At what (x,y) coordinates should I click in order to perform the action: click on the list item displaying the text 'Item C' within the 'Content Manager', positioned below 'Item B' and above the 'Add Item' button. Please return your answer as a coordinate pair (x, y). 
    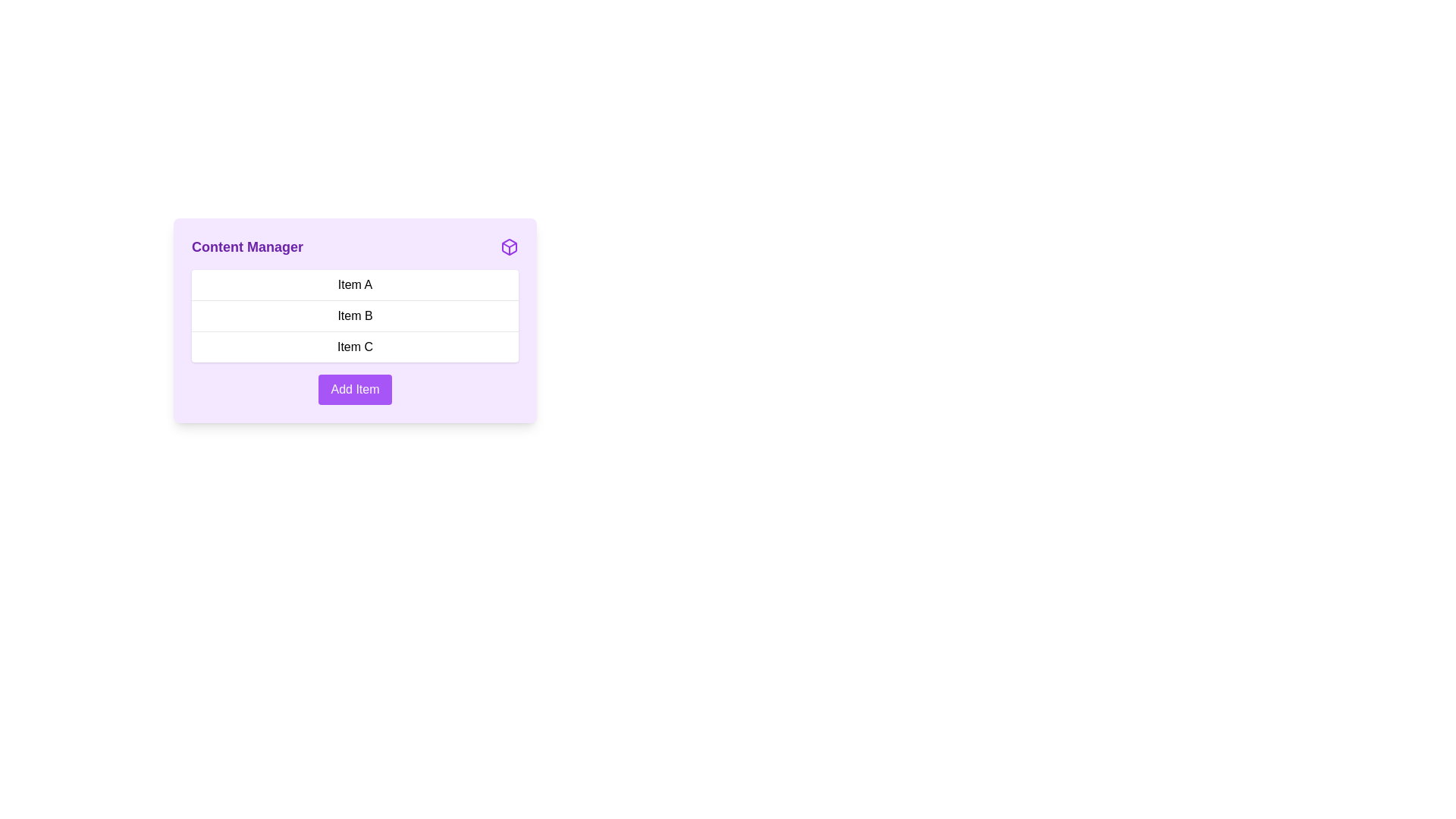
    Looking at the image, I should click on (354, 347).